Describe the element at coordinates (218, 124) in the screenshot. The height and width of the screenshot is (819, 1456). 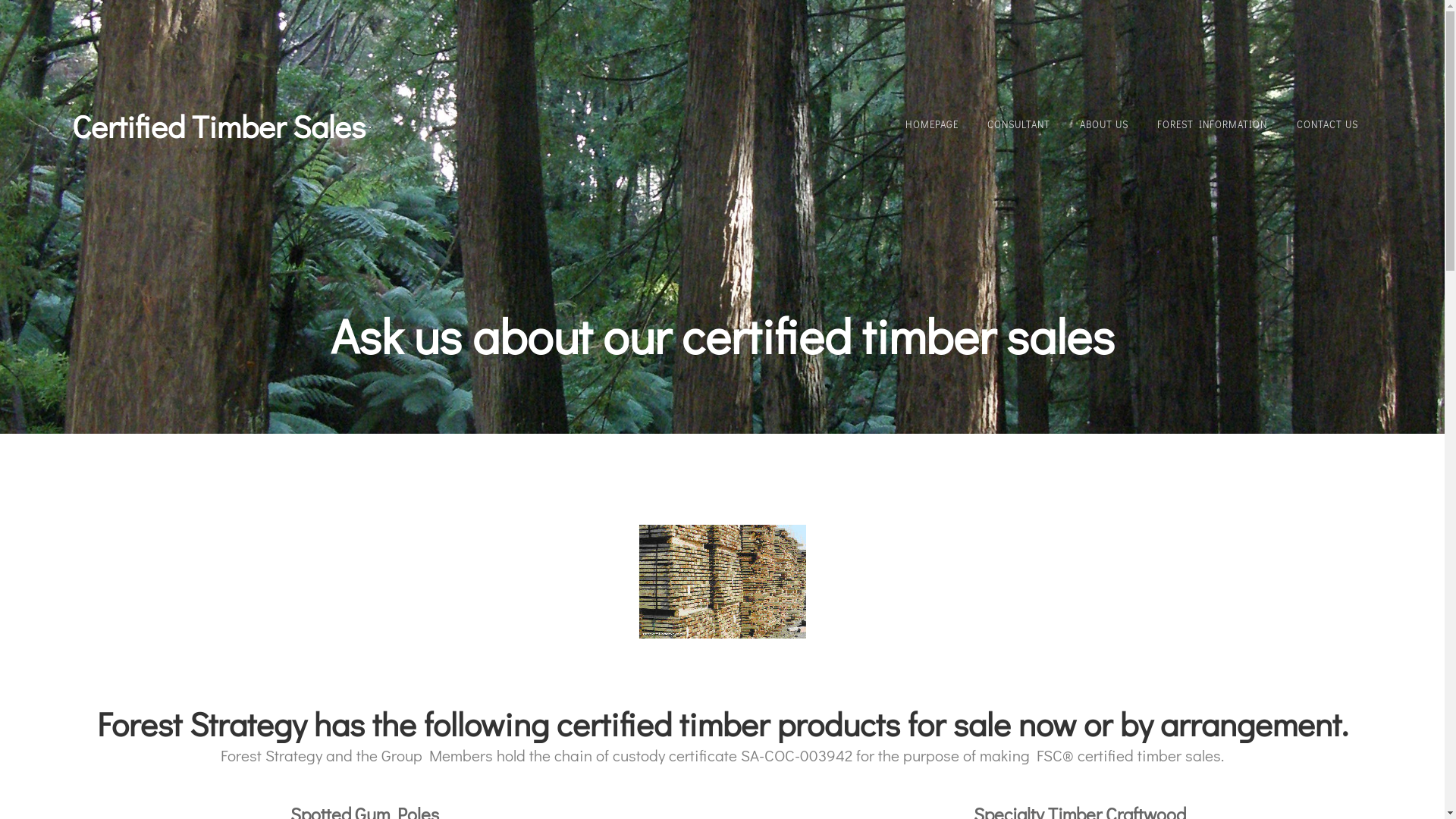
I see `'Certified Timber Sales'` at that location.